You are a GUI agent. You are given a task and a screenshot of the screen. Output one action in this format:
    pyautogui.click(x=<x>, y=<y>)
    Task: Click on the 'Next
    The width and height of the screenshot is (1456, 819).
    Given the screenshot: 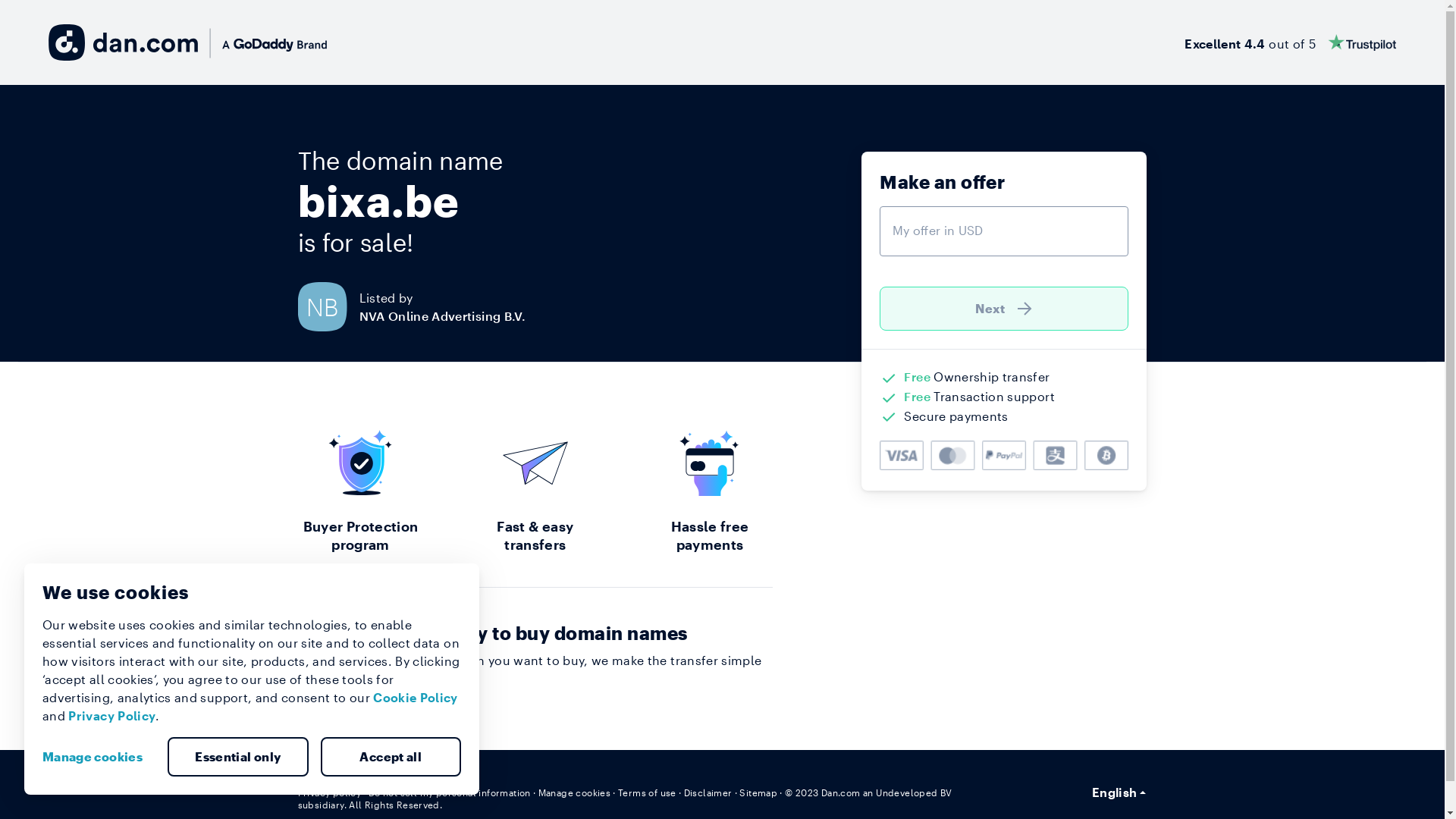 What is the action you would take?
    pyautogui.click(x=1004, y=308)
    